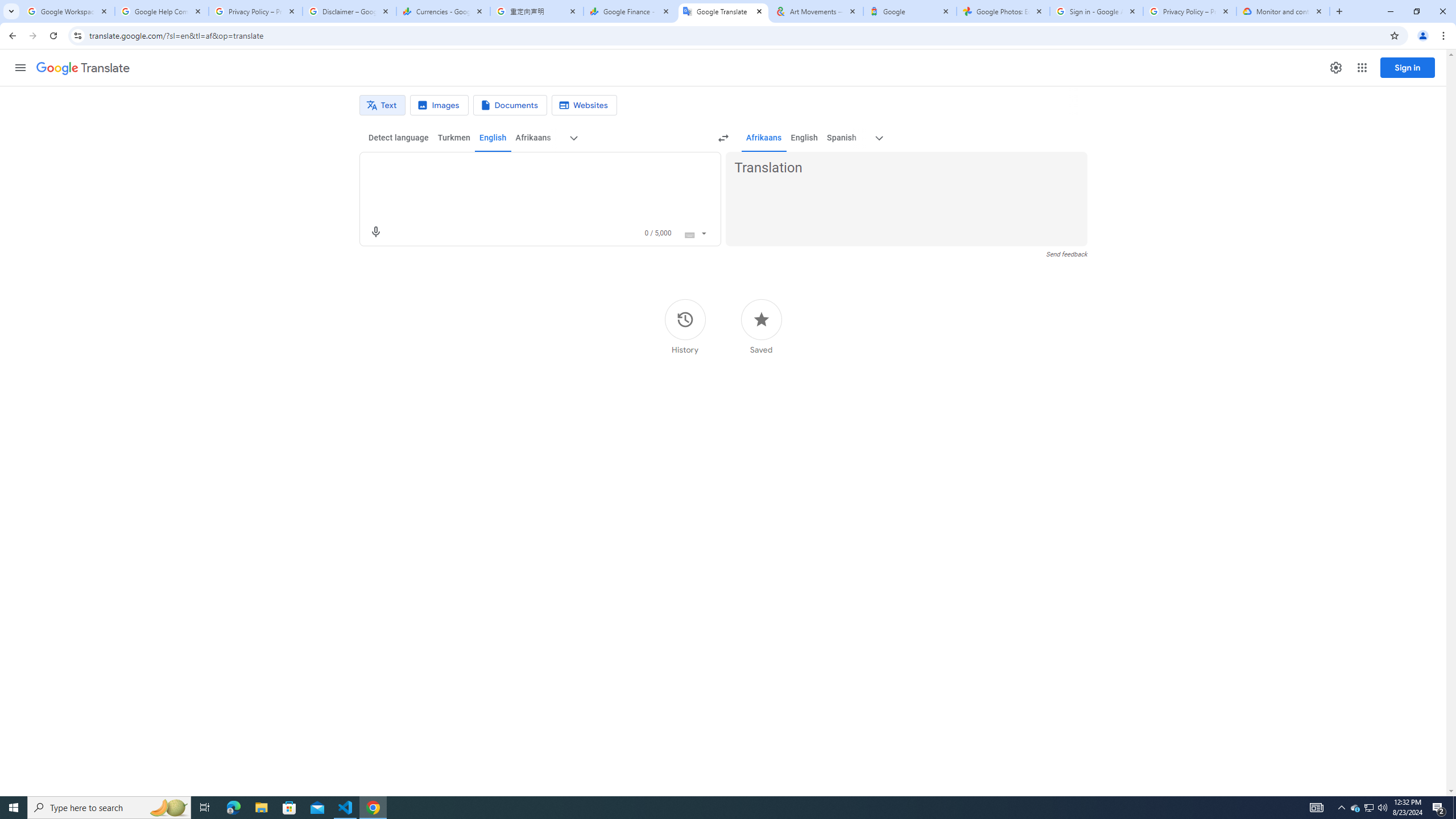 This screenshot has width=1456, height=819. Describe the element at coordinates (703, 231) in the screenshot. I see `'Show the Input Tools menu'` at that location.